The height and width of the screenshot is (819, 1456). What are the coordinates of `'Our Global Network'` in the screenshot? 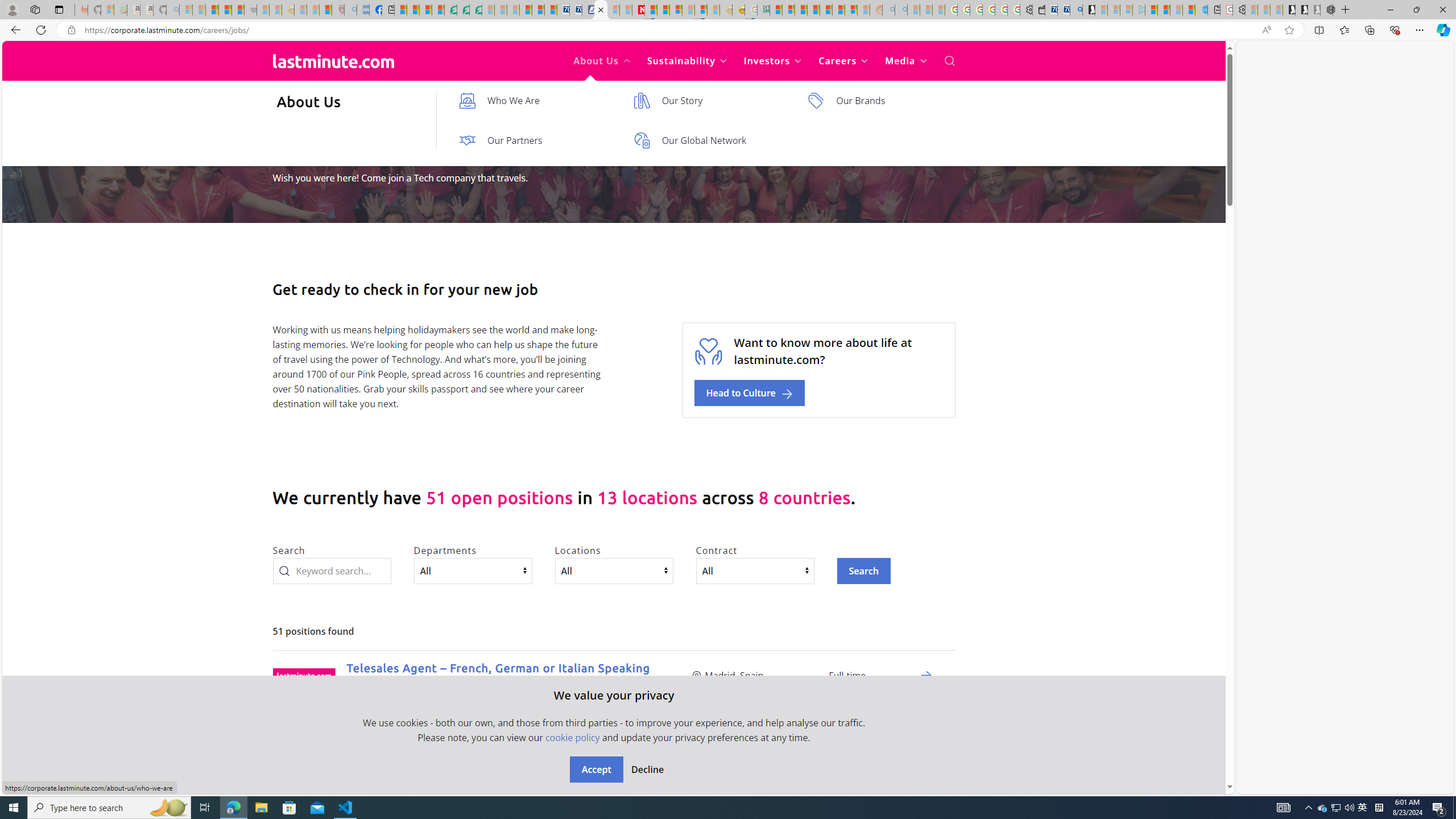 It's located at (709, 139).